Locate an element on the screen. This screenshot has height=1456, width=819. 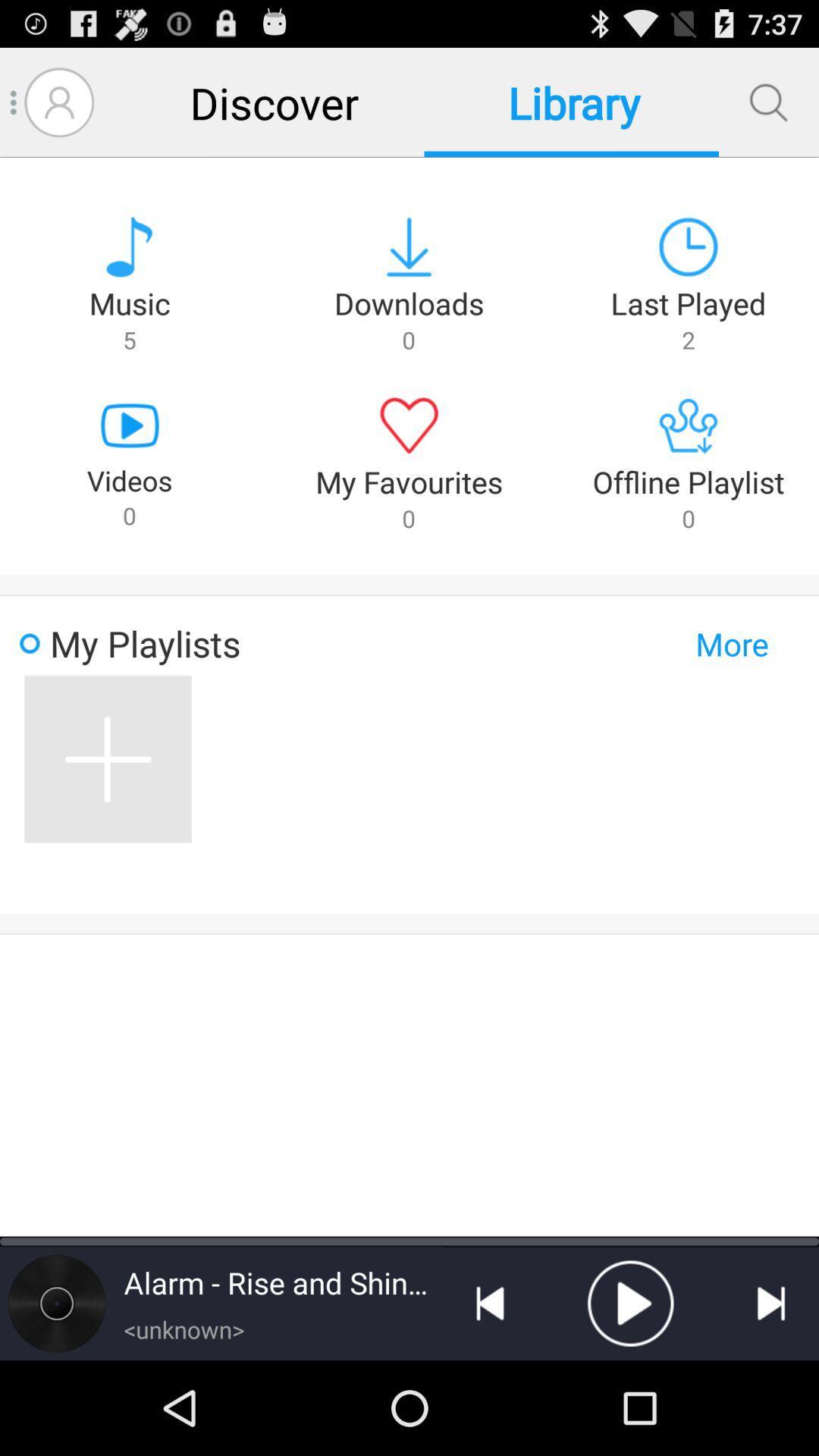
the search icon is located at coordinates (768, 108).